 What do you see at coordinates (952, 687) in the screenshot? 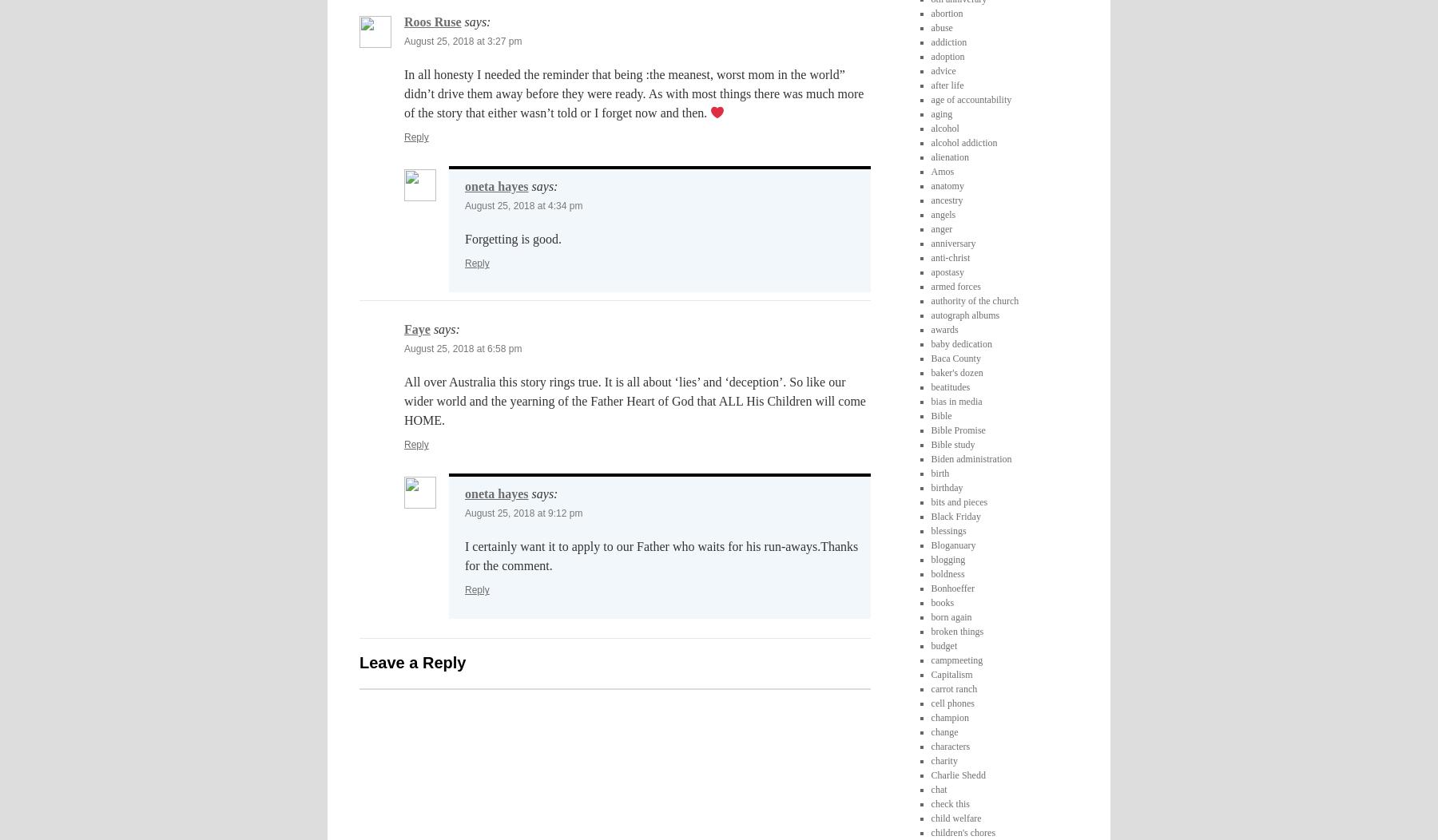
I see `'carrot ranch'` at bounding box center [952, 687].